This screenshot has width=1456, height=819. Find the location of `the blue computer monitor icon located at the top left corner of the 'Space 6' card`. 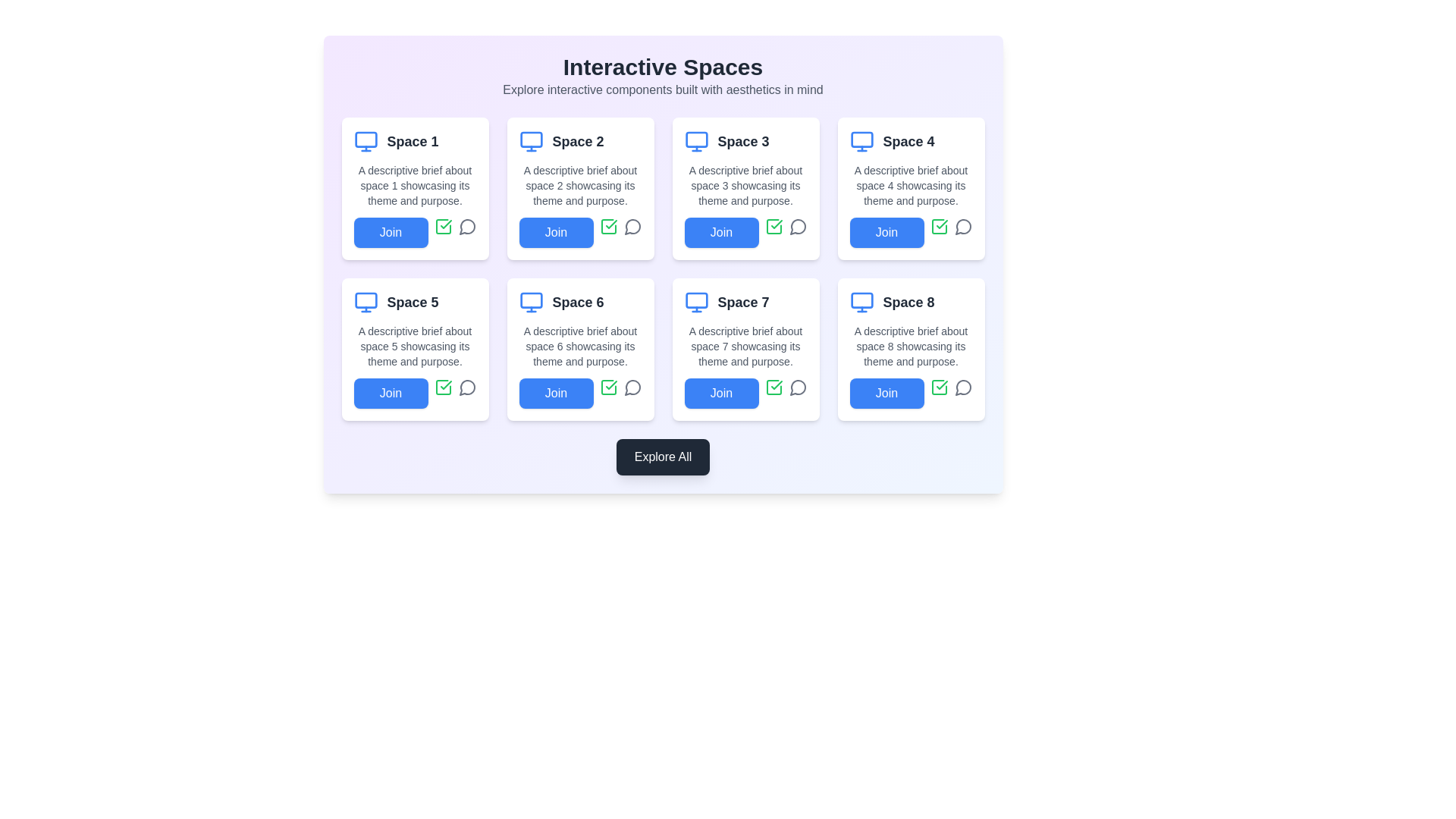

the blue computer monitor icon located at the top left corner of the 'Space 6' card is located at coordinates (531, 302).